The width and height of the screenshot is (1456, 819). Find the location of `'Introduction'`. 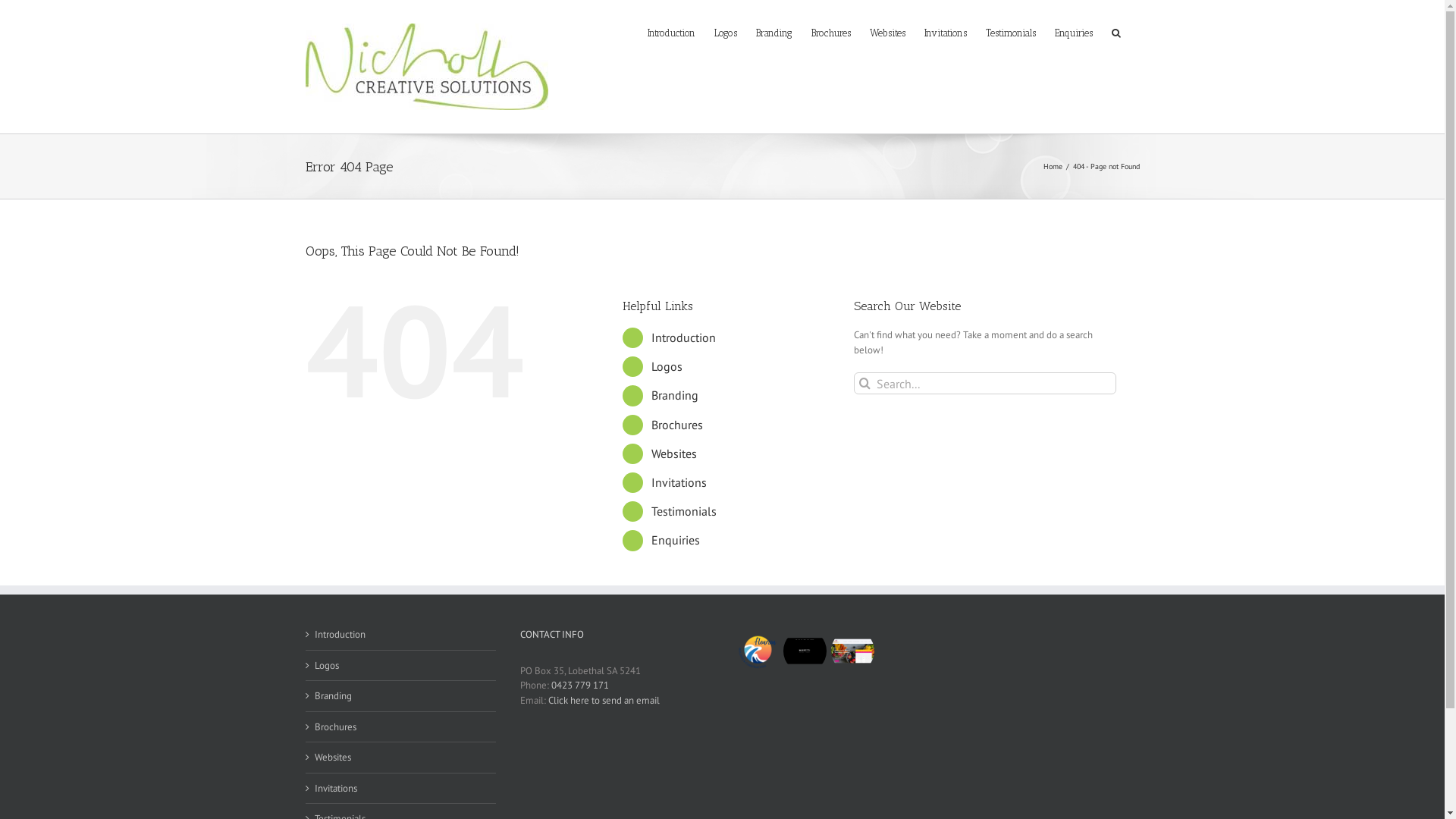

'Introduction' is located at coordinates (400, 635).